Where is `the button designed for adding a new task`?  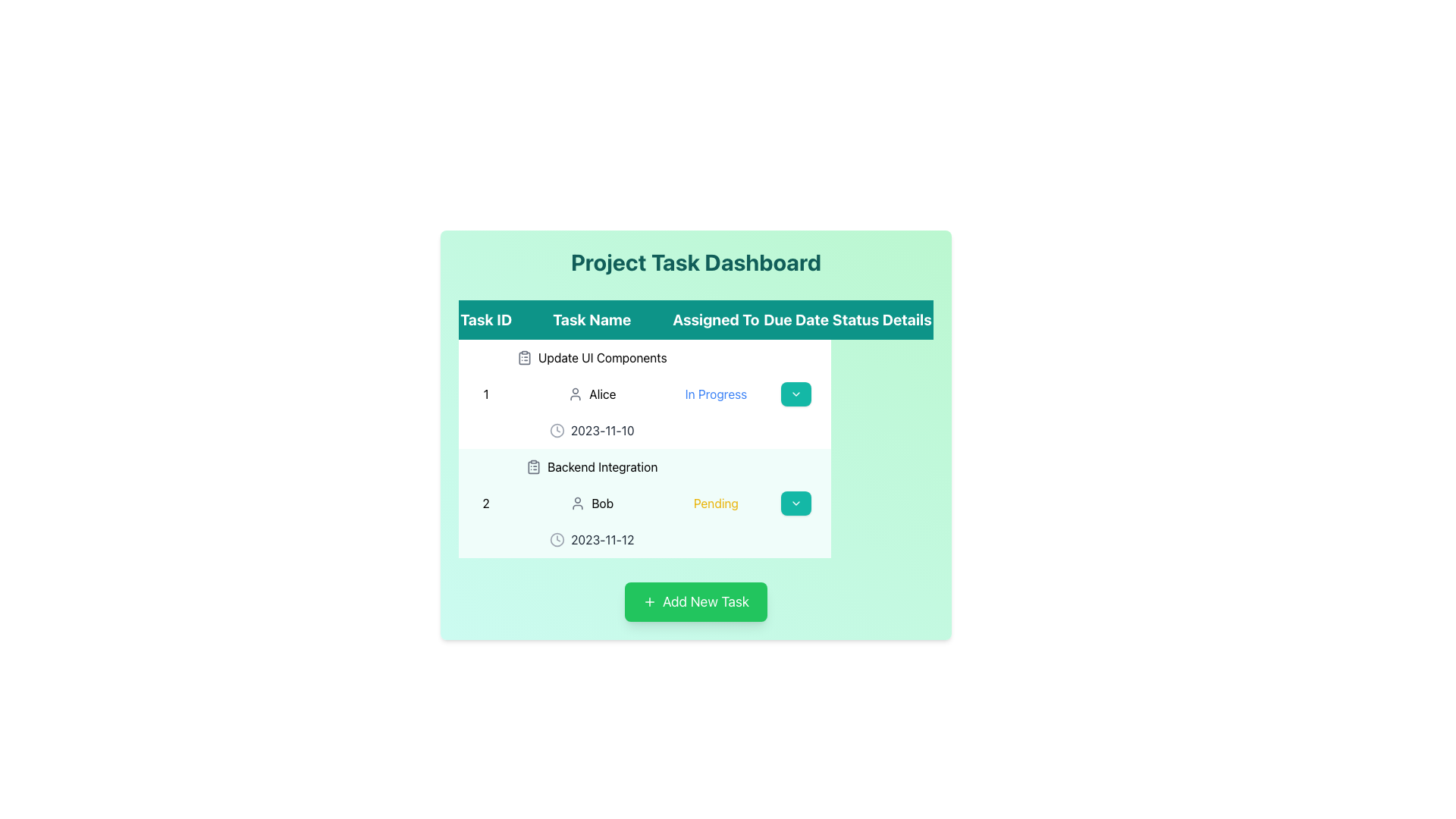
the button designed for adding a new task is located at coordinates (695, 601).